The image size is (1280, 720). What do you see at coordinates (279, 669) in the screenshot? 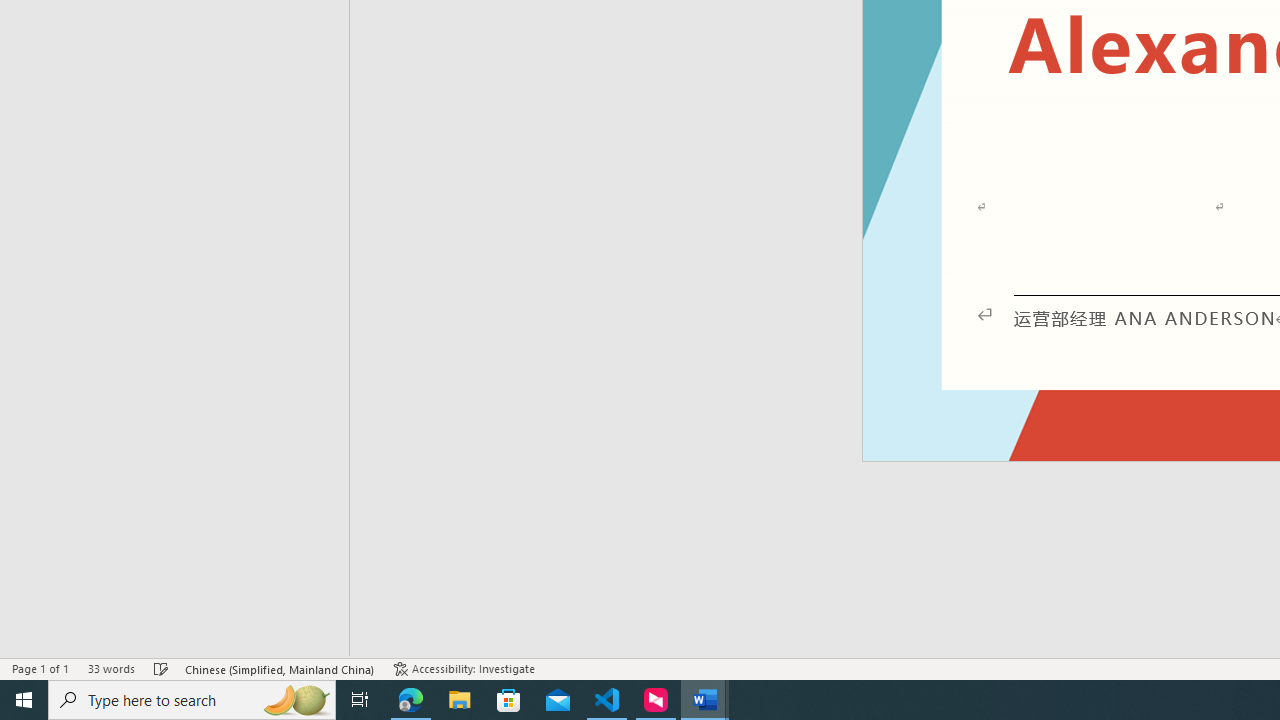
I see `'Language Chinese (Simplified, Mainland China)'` at bounding box center [279, 669].